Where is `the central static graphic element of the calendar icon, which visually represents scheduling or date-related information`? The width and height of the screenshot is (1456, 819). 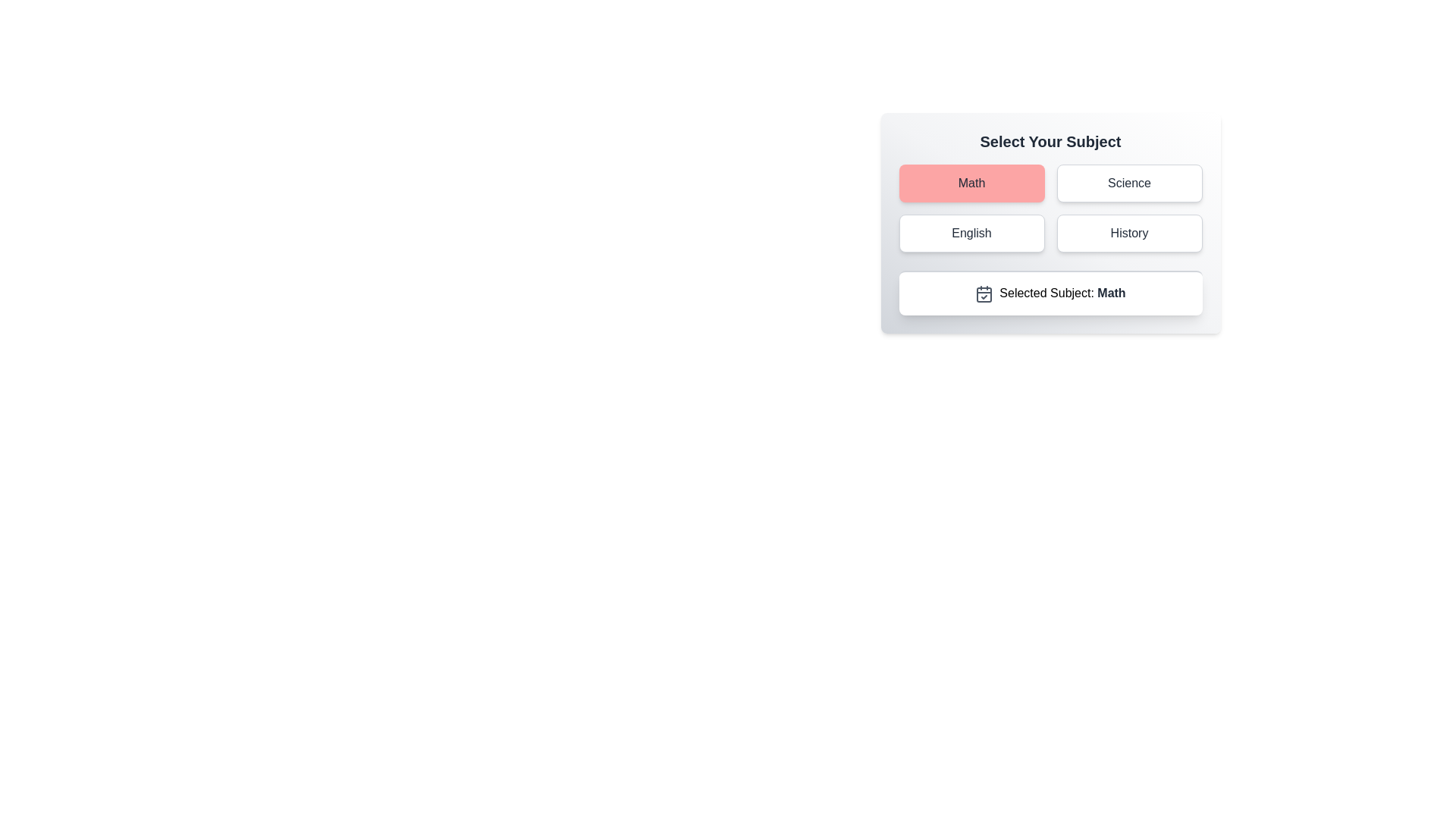 the central static graphic element of the calendar icon, which visually represents scheduling or date-related information is located at coordinates (984, 294).